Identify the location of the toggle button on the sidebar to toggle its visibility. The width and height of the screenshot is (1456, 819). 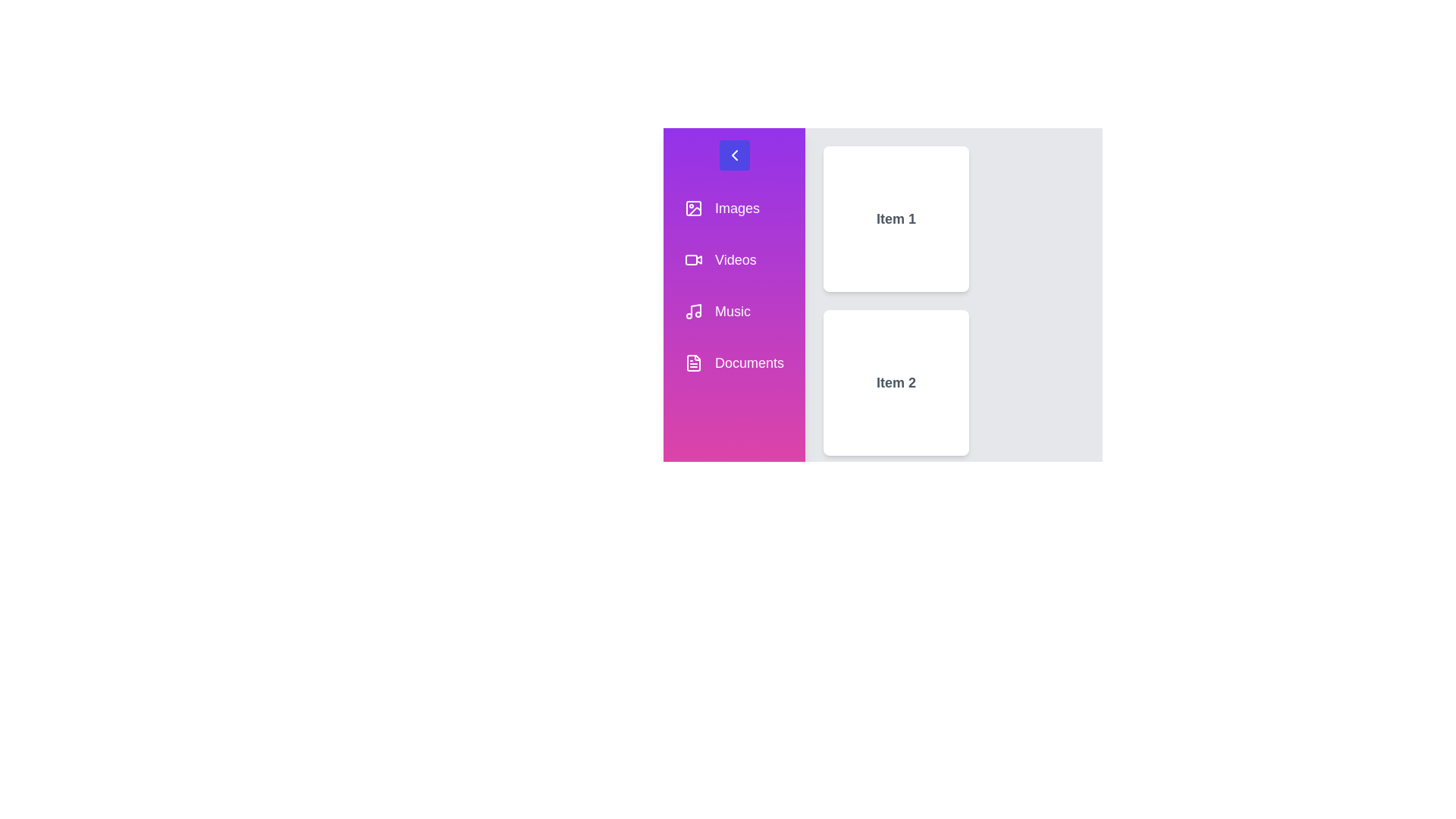
(734, 155).